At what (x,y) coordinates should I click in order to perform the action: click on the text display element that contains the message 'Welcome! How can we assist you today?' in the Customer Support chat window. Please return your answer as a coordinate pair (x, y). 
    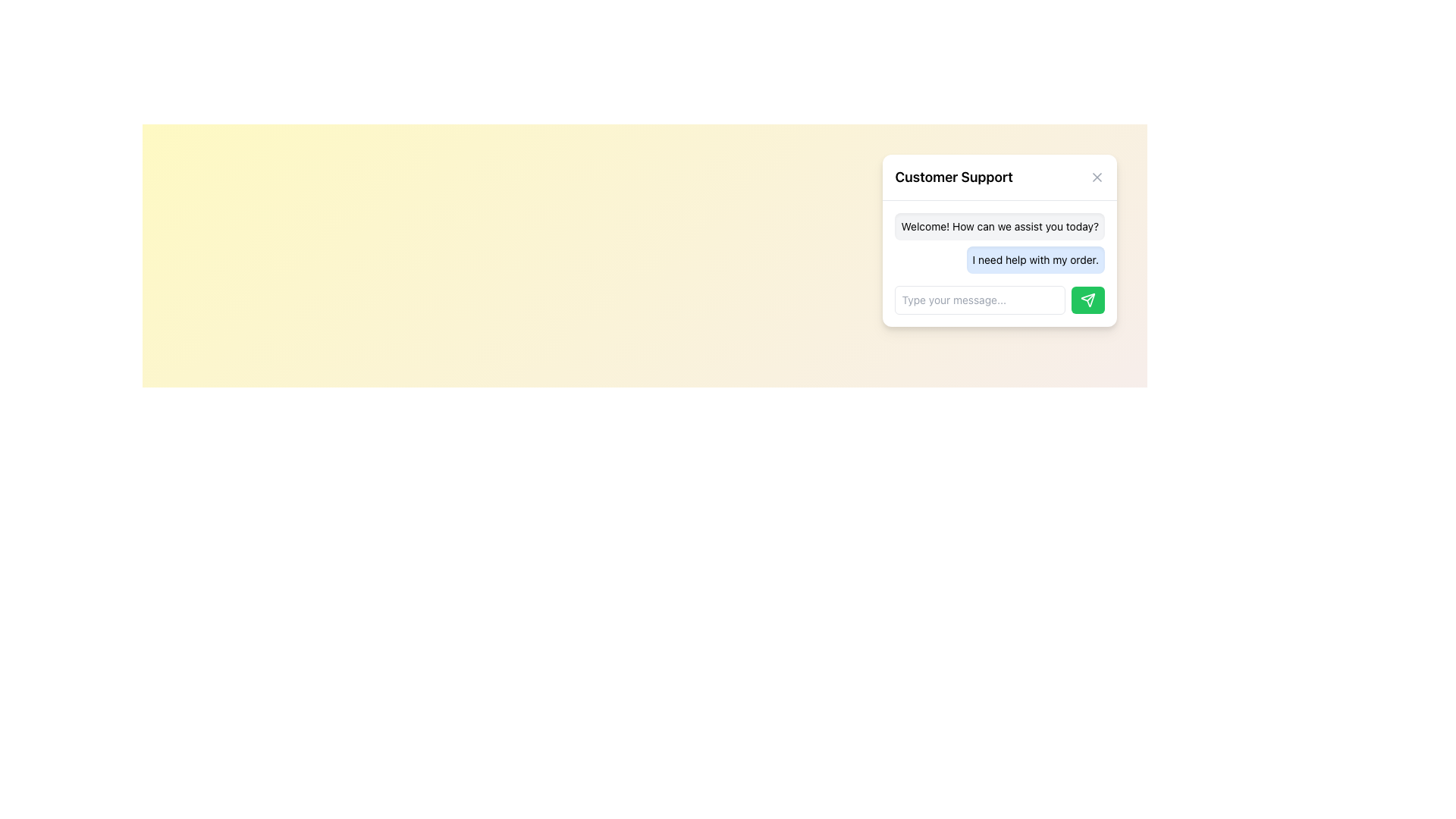
    Looking at the image, I should click on (999, 227).